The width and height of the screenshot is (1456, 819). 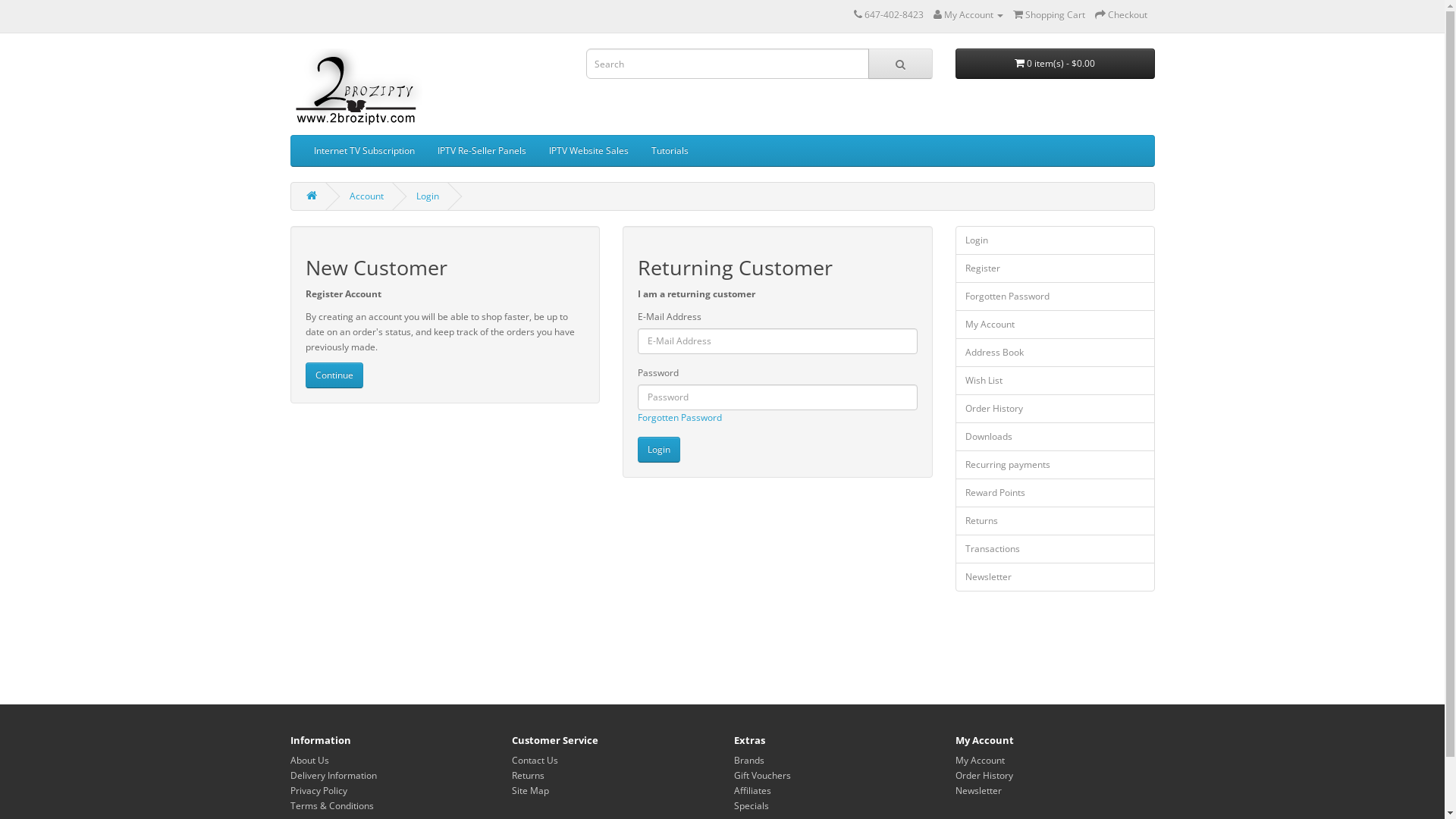 I want to click on 'Continue', so click(x=333, y=375).